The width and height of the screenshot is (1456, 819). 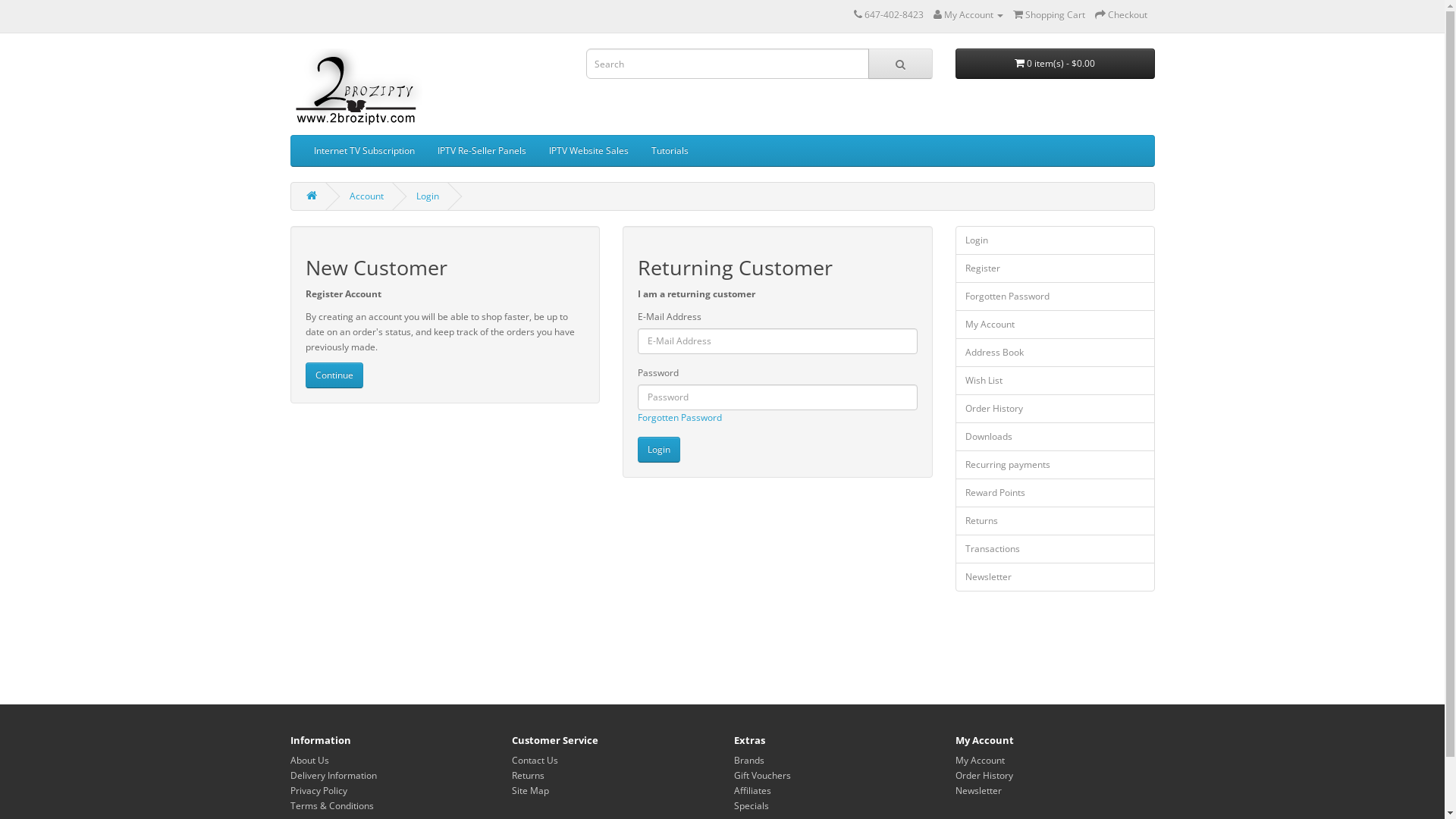 I want to click on 'Continue', so click(x=333, y=375).